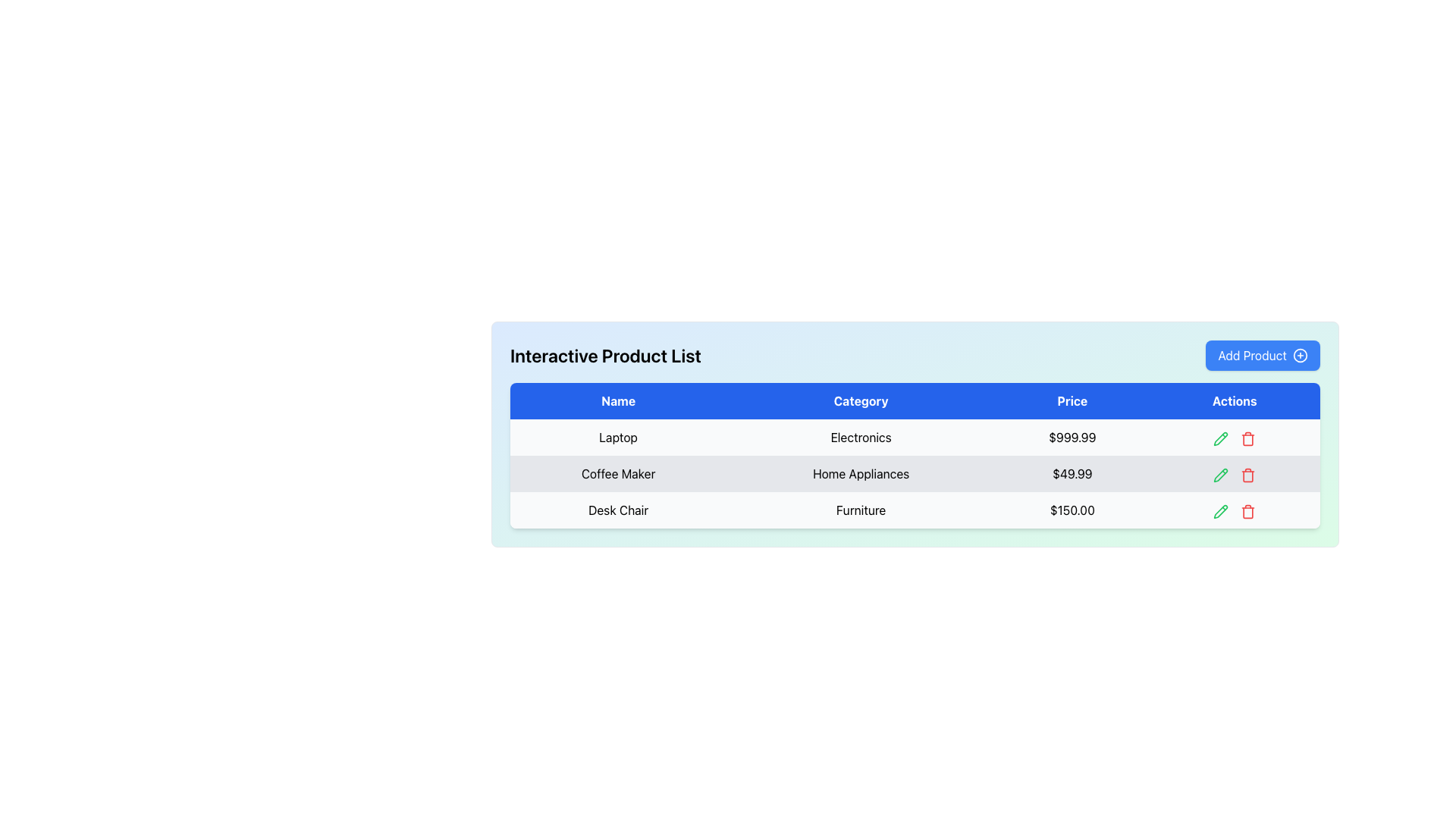  Describe the element at coordinates (1248, 475) in the screenshot. I see `the trash can icon representing the delete action for the 'Coffee Maker' product entry` at that location.